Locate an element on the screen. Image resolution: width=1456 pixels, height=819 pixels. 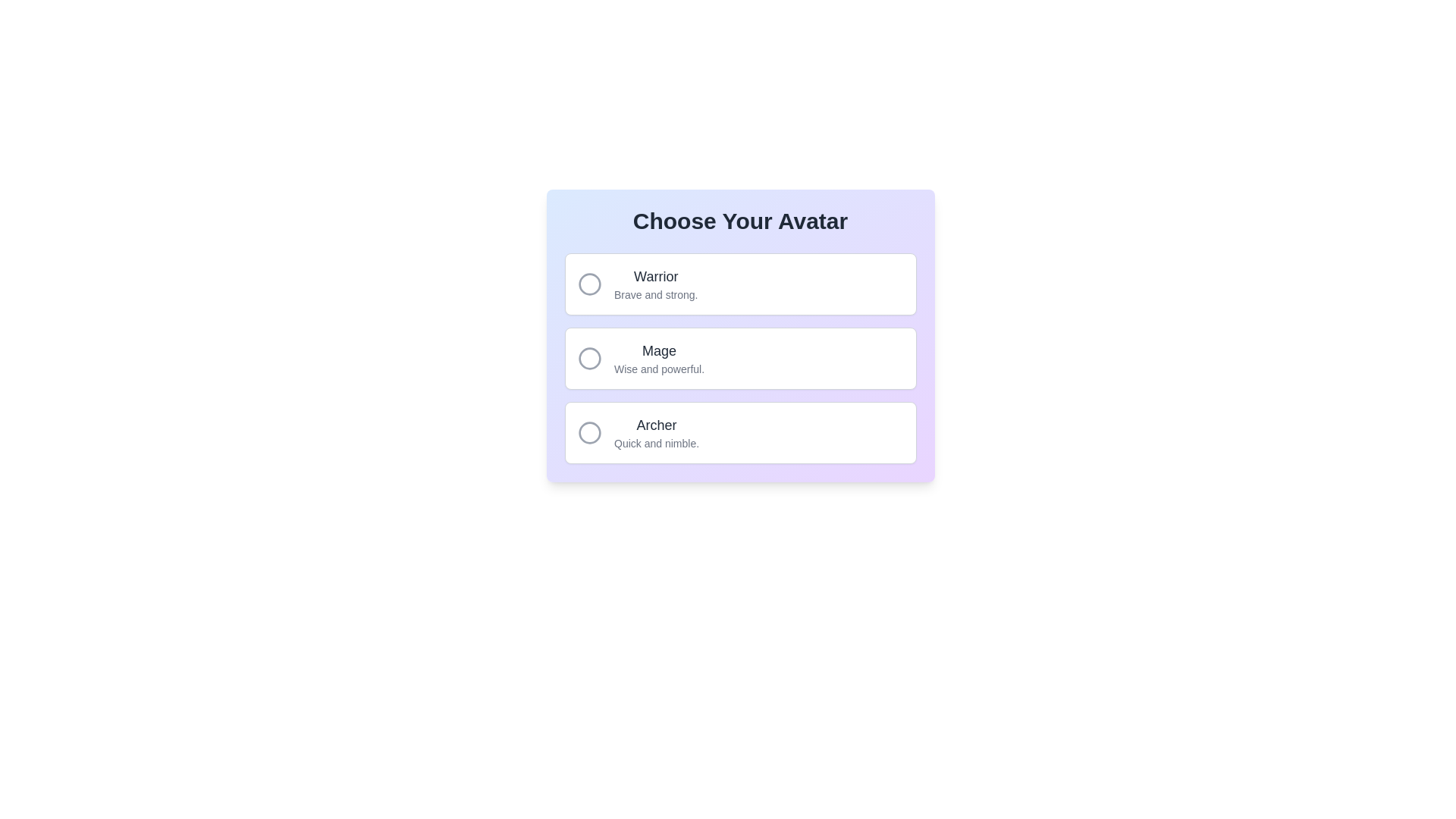
the circular icon with a gray outline located to the left of the 'Warrior' text in the first option of the selection interface is located at coordinates (588, 284).